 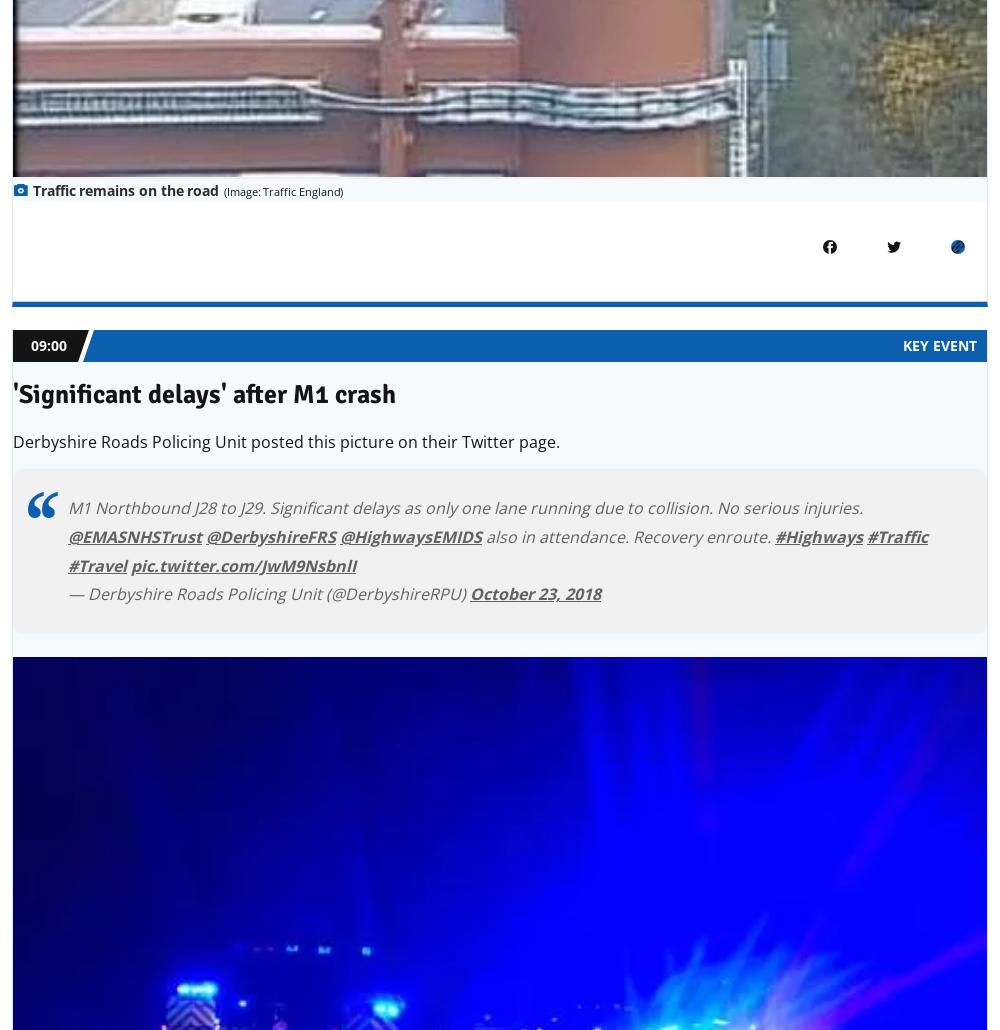 What do you see at coordinates (903, 345) in the screenshot?
I see `'KEY EVENT'` at bounding box center [903, 345].